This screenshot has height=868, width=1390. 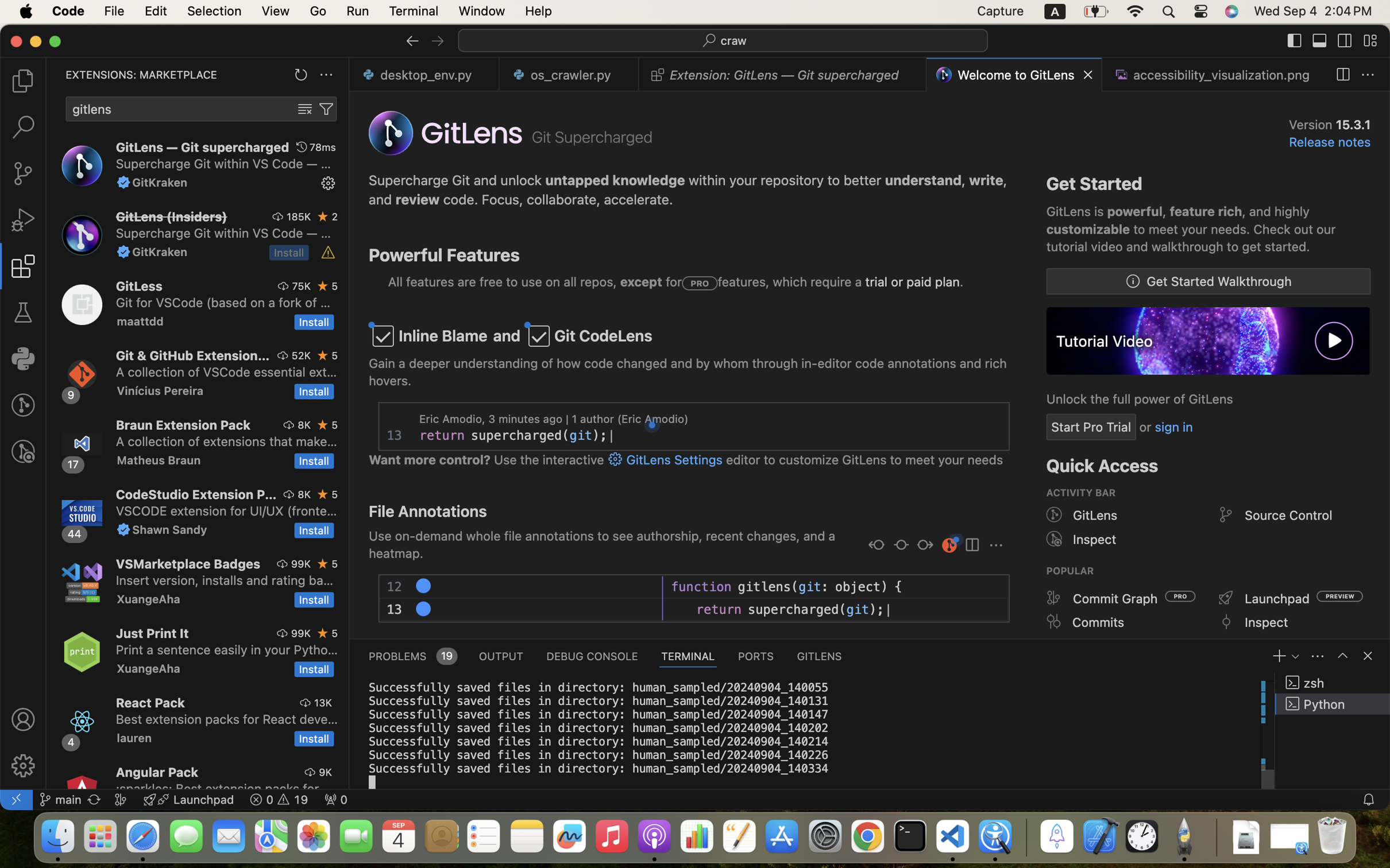 I want to click on 'Want more control?', so click(x=430, y=460).